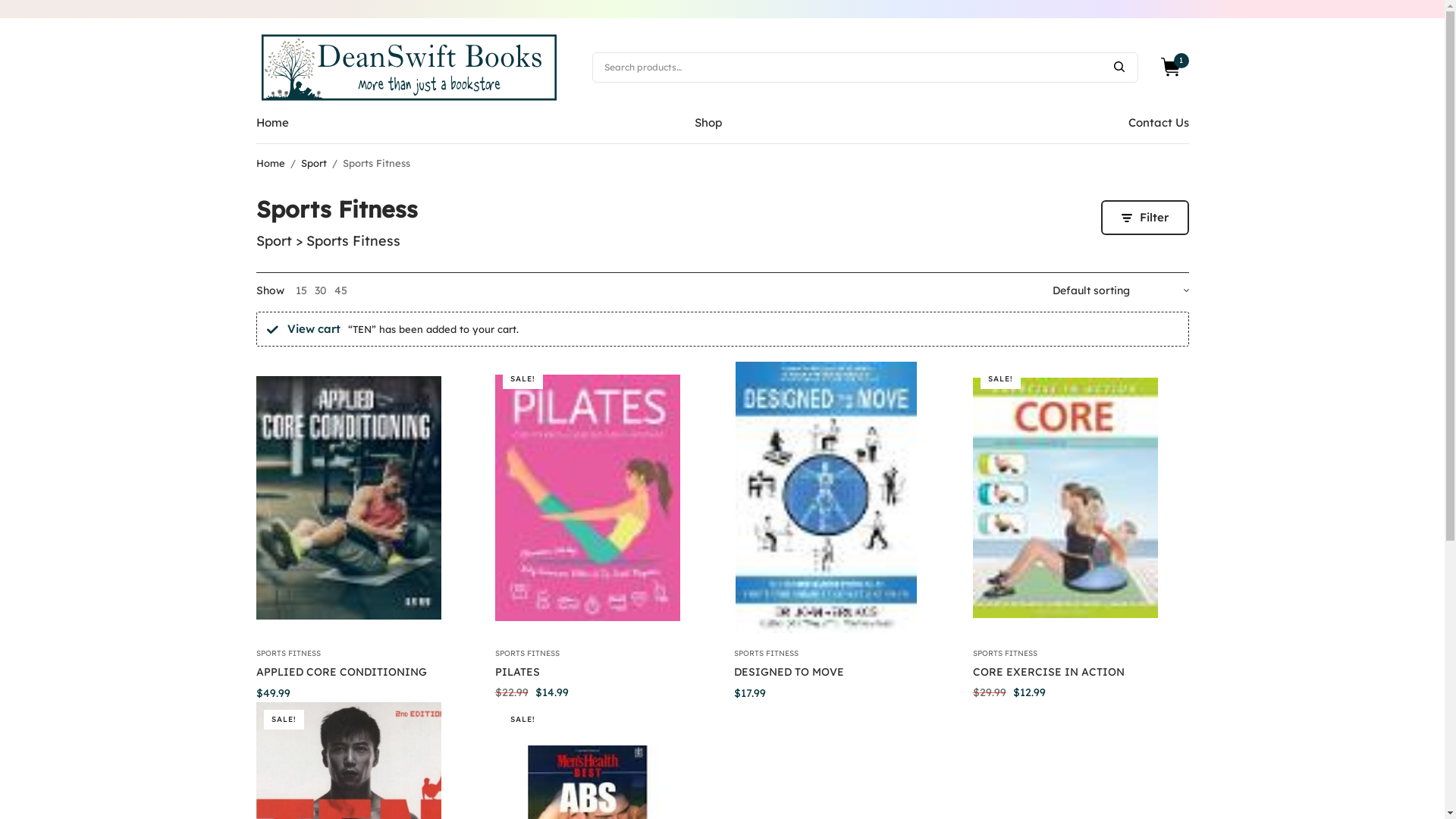  I want to click on 'SPORTS FITNESS', so click(526, 652).